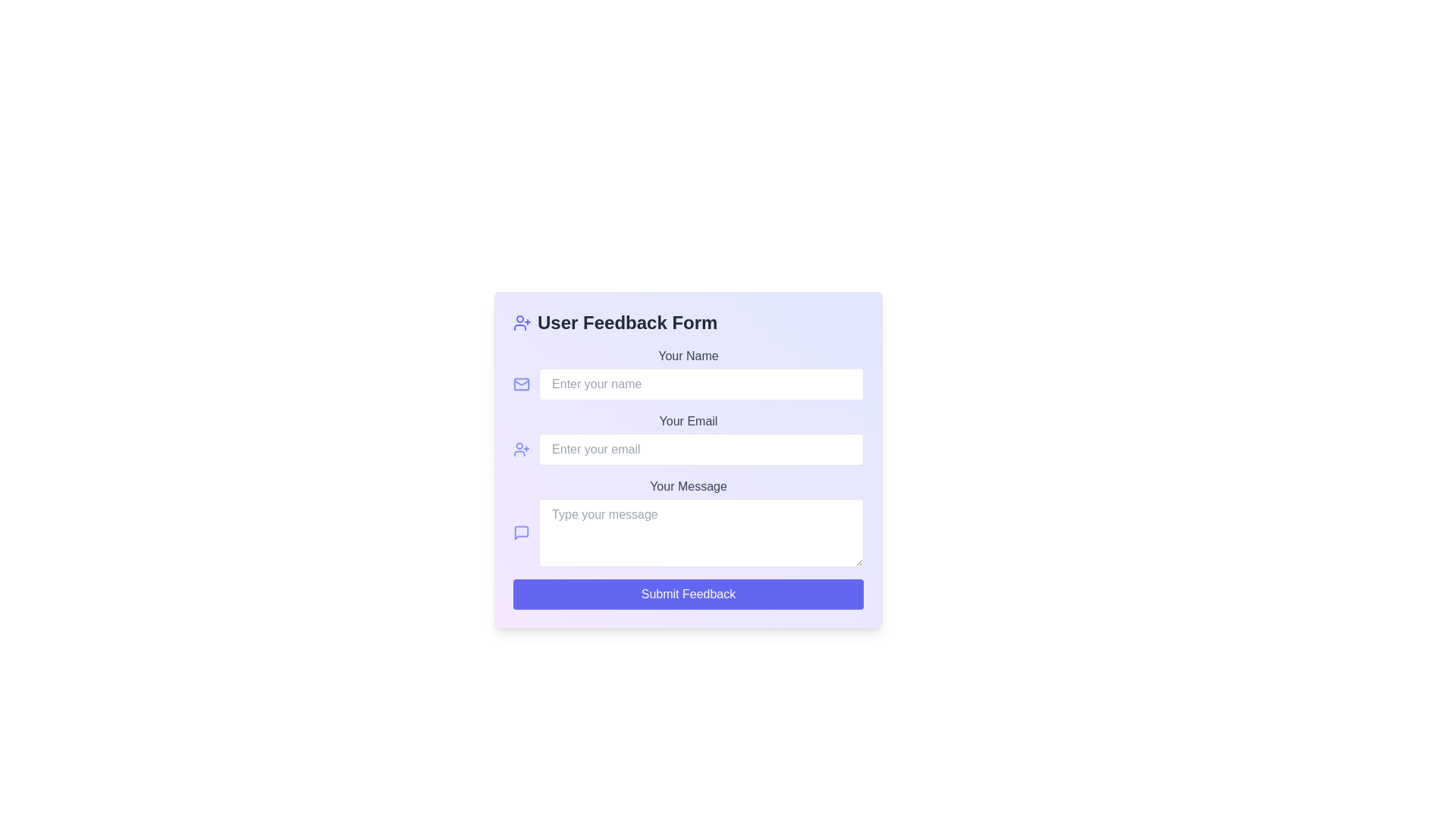  I want to click on the Text heading or label that serves as the title for the feedback section, located near the top of the 'User Feedback' section and positioned to the right of a user-plus icon, so click(627, 322).